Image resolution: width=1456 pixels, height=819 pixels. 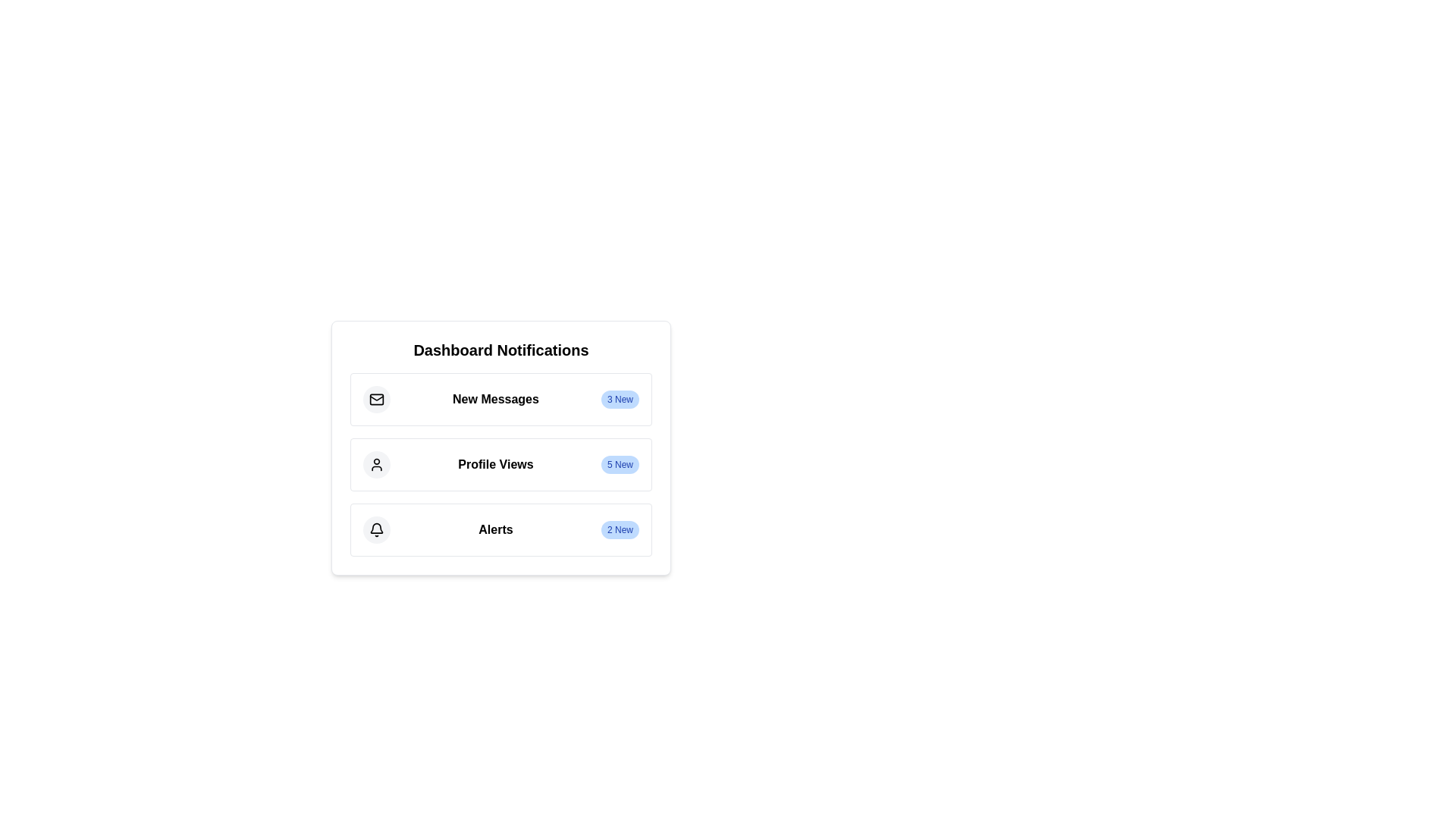 I want to click on the Alerts icon in the notification list, which visually represents important updates needing attention, so click(x=377, y=527).